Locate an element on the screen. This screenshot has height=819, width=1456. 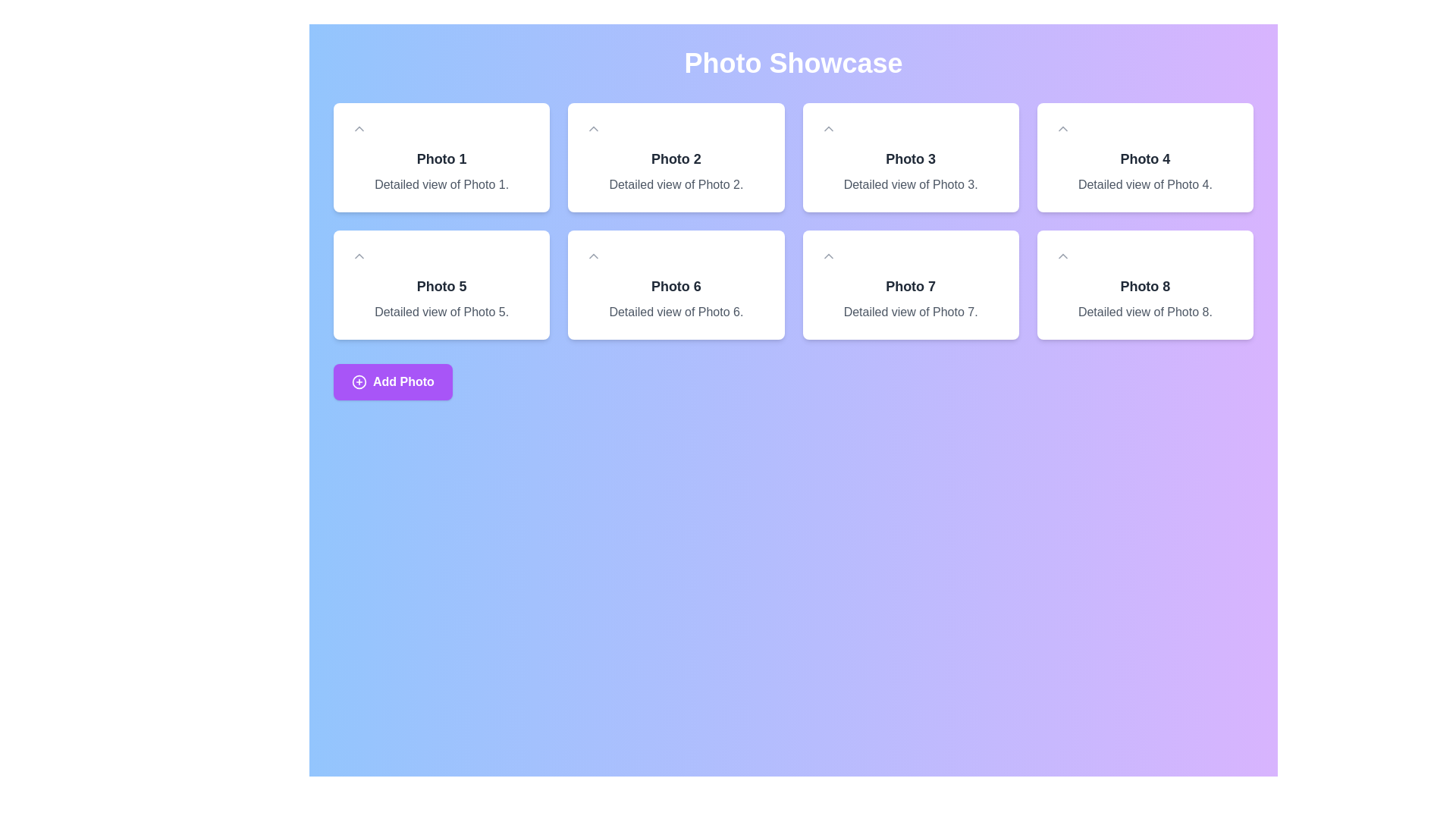
the text label 'Photo 3' is located at coordinates (910, 158).